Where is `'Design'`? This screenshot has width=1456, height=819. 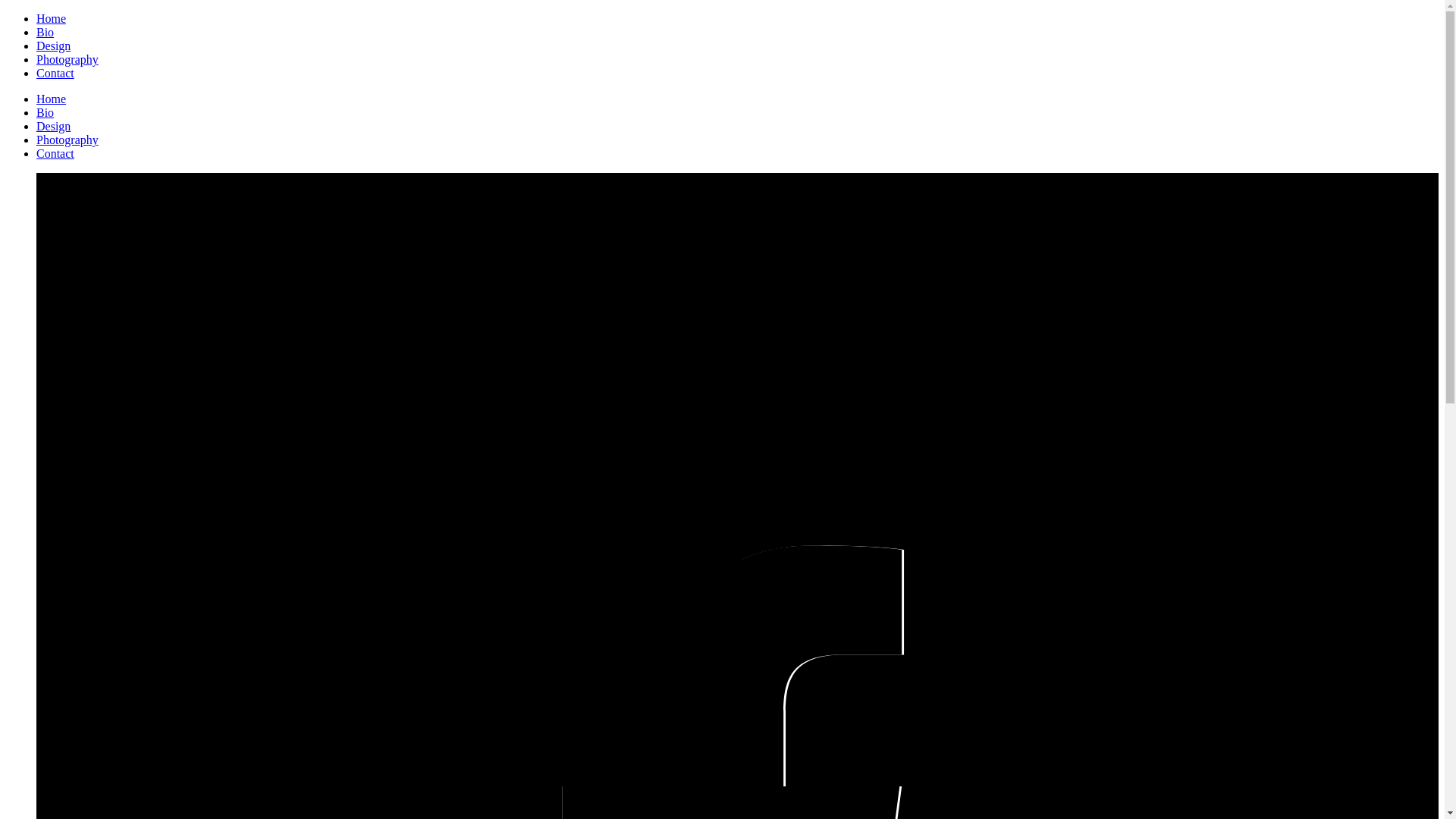
'Design' is located at coordinates (53, 45).